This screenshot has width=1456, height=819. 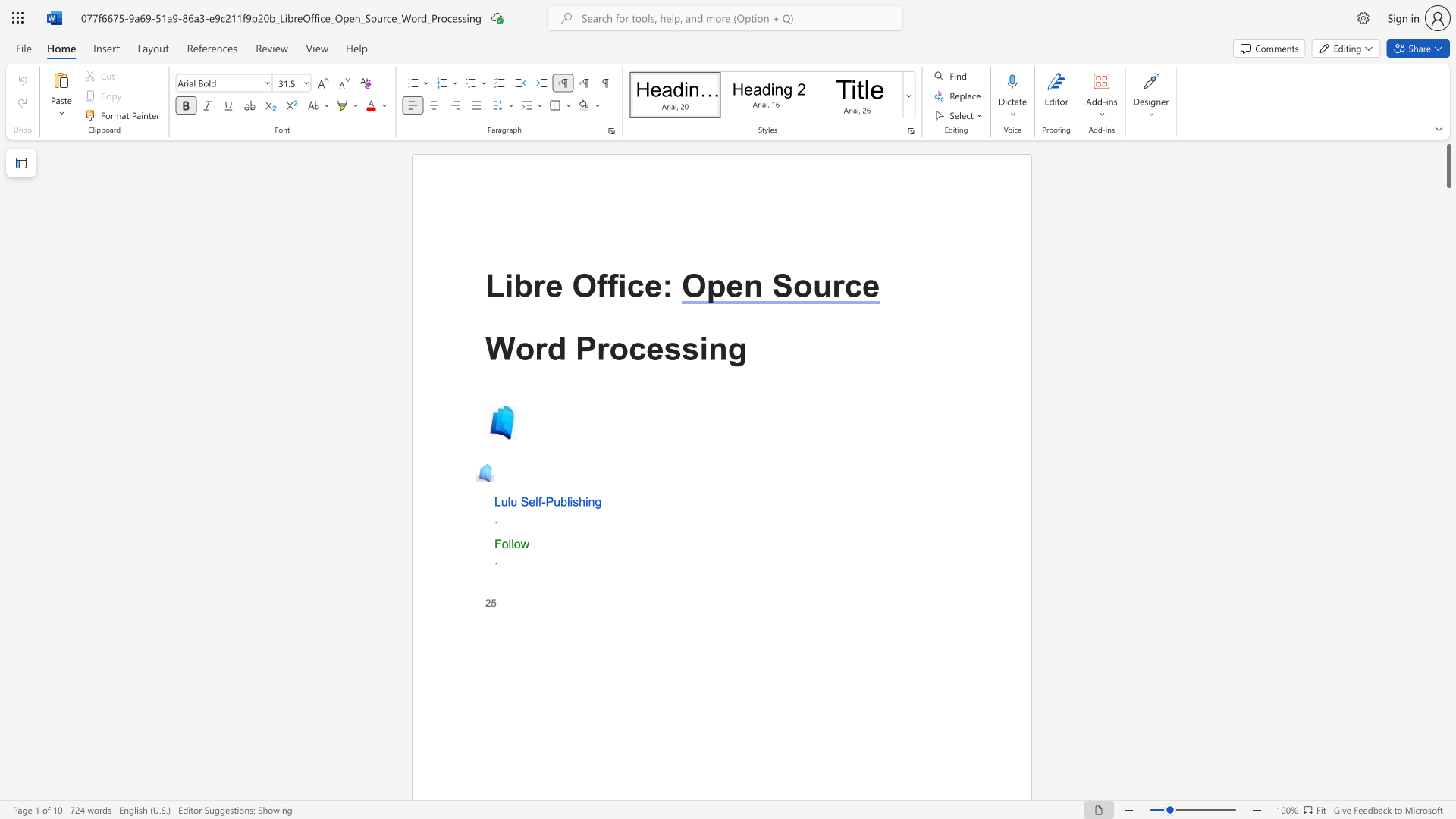 What do you see at coordinates (540, 501) in the screenshot?
I see `the 1th character "f" in the text` at bounding box center [540, 501].